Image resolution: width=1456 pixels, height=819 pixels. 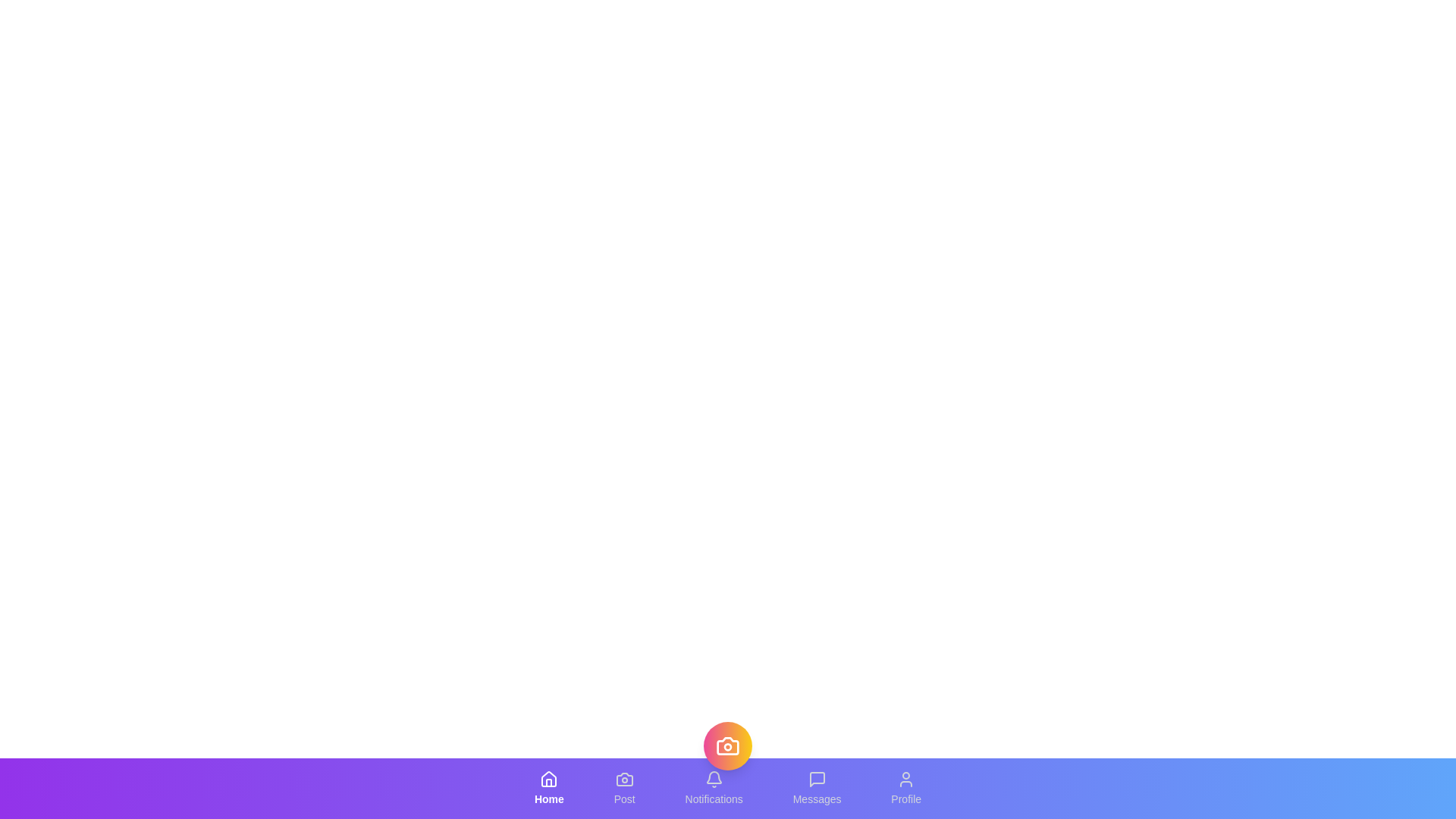 What do you see at coordinates (548, 788) in the screenshot?
I see `the Home tab to switch to its section` at bounding box center [548, 788].